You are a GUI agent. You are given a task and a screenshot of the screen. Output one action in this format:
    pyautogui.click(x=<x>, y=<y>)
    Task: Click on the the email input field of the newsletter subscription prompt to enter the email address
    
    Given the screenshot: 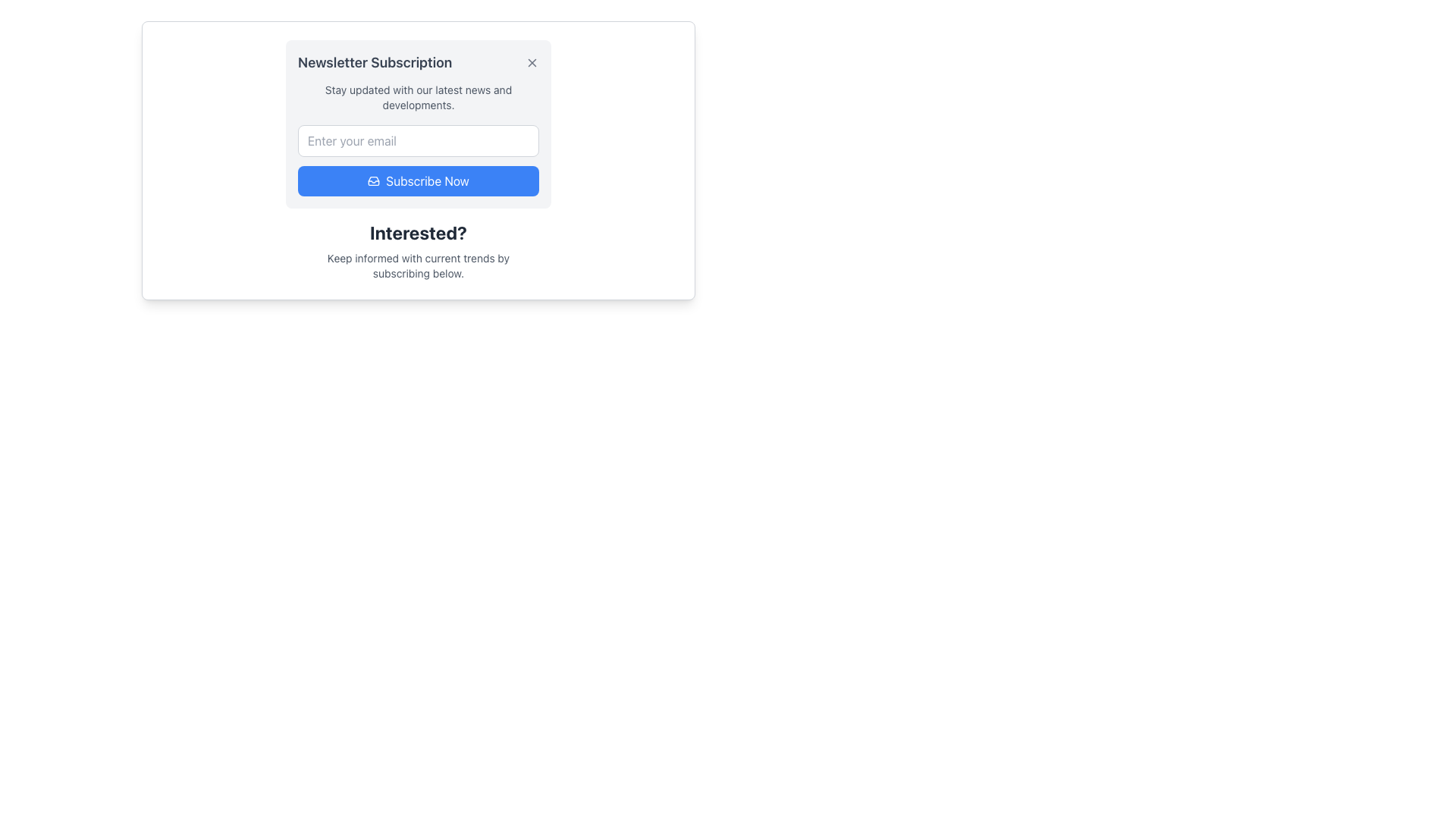 What is the action you would take?
    pyautogui.click(x=419, y=124)
    